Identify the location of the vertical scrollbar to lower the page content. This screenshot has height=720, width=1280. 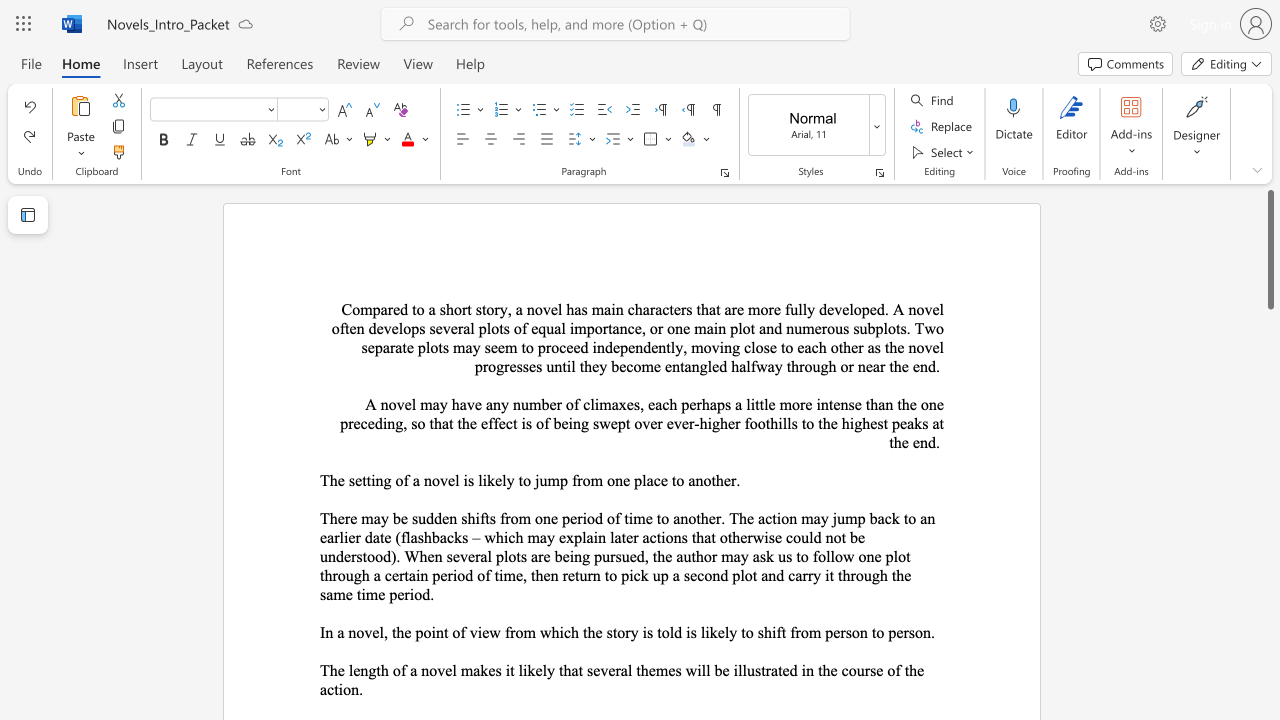
(1269, 670).